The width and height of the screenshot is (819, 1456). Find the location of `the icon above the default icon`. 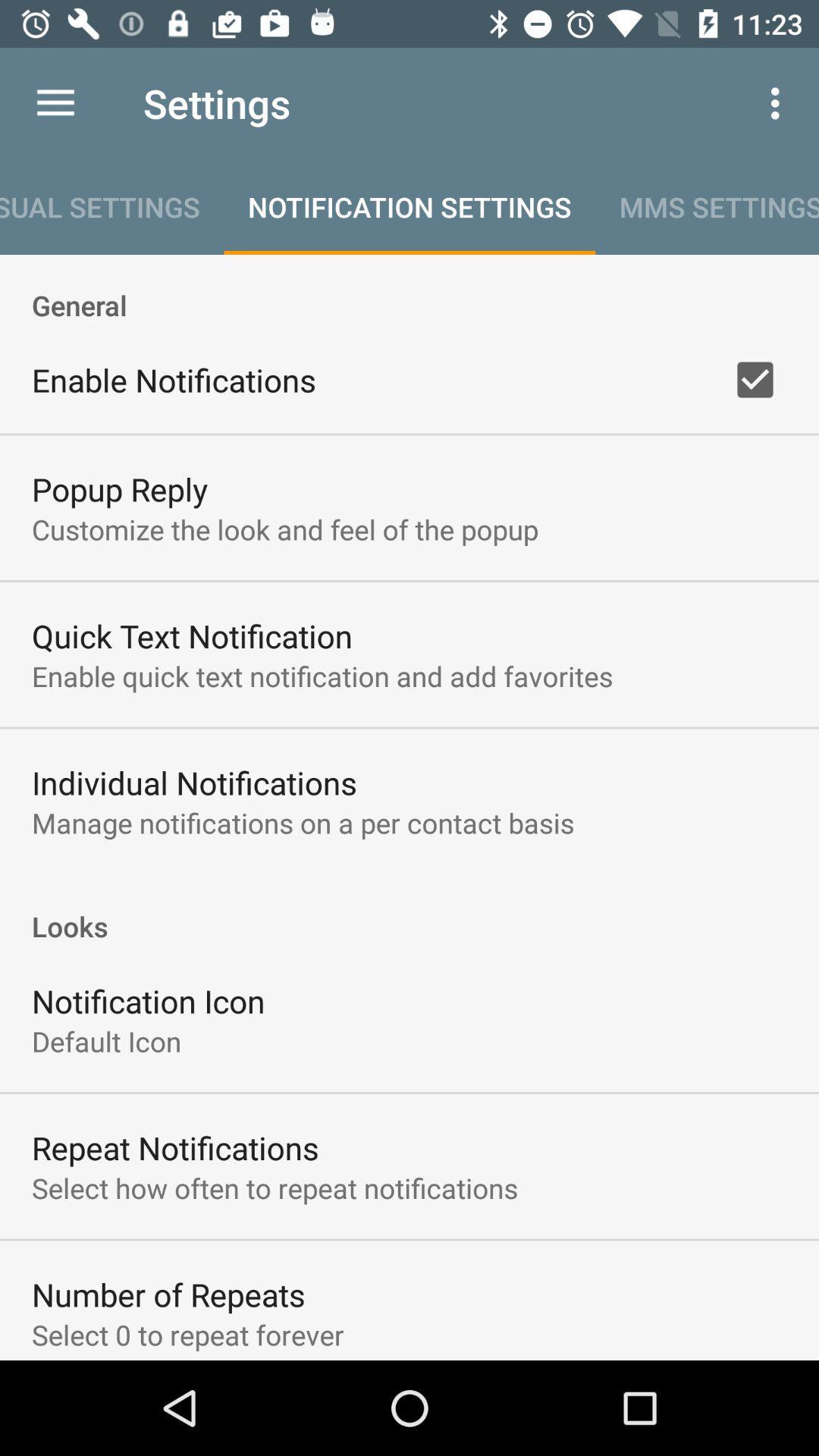

the icon above the default icon is located at coordinates (148, 1001).